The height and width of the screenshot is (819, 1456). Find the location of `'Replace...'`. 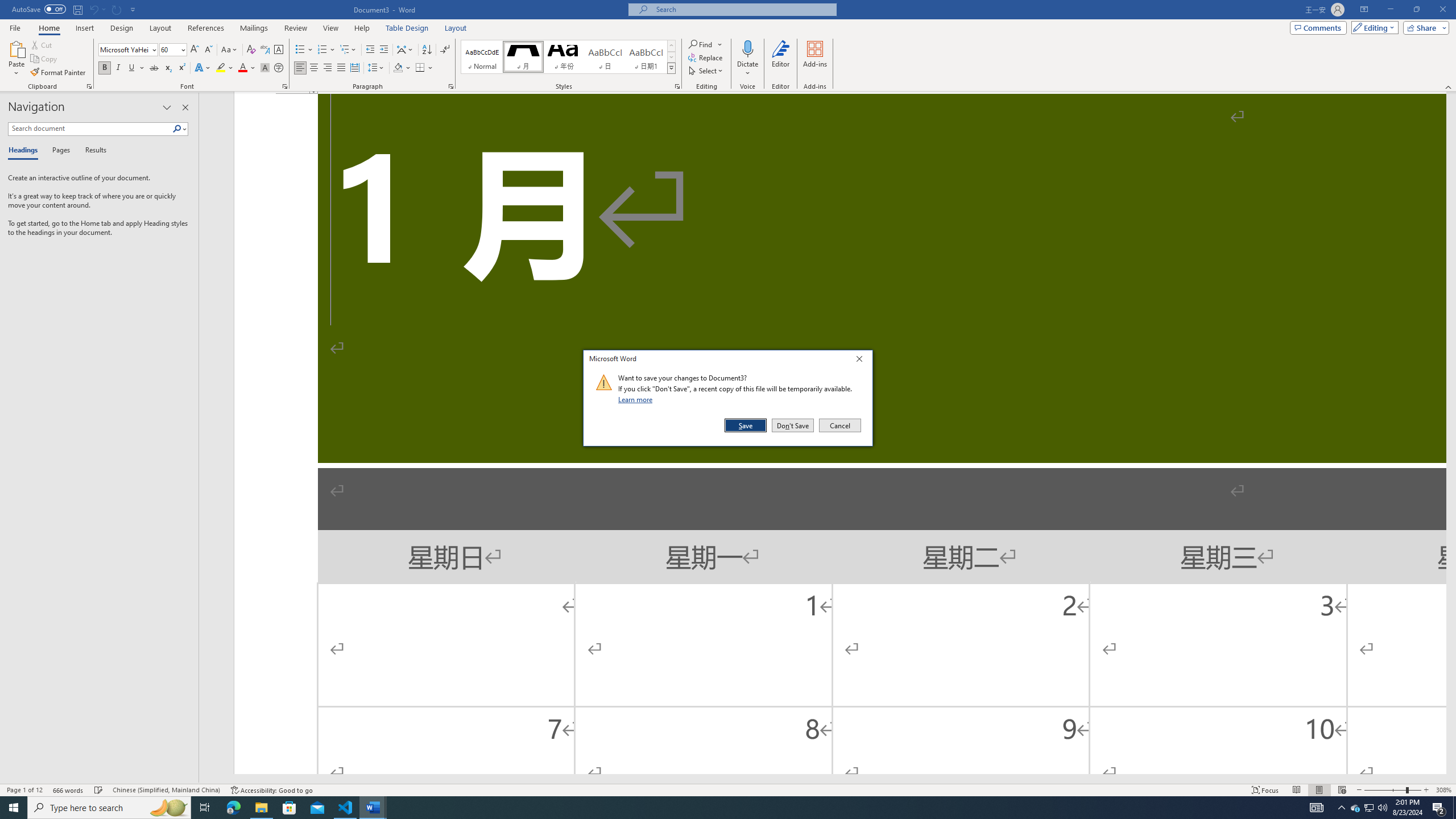

'Replace...' is located at coordinates (705, 56).